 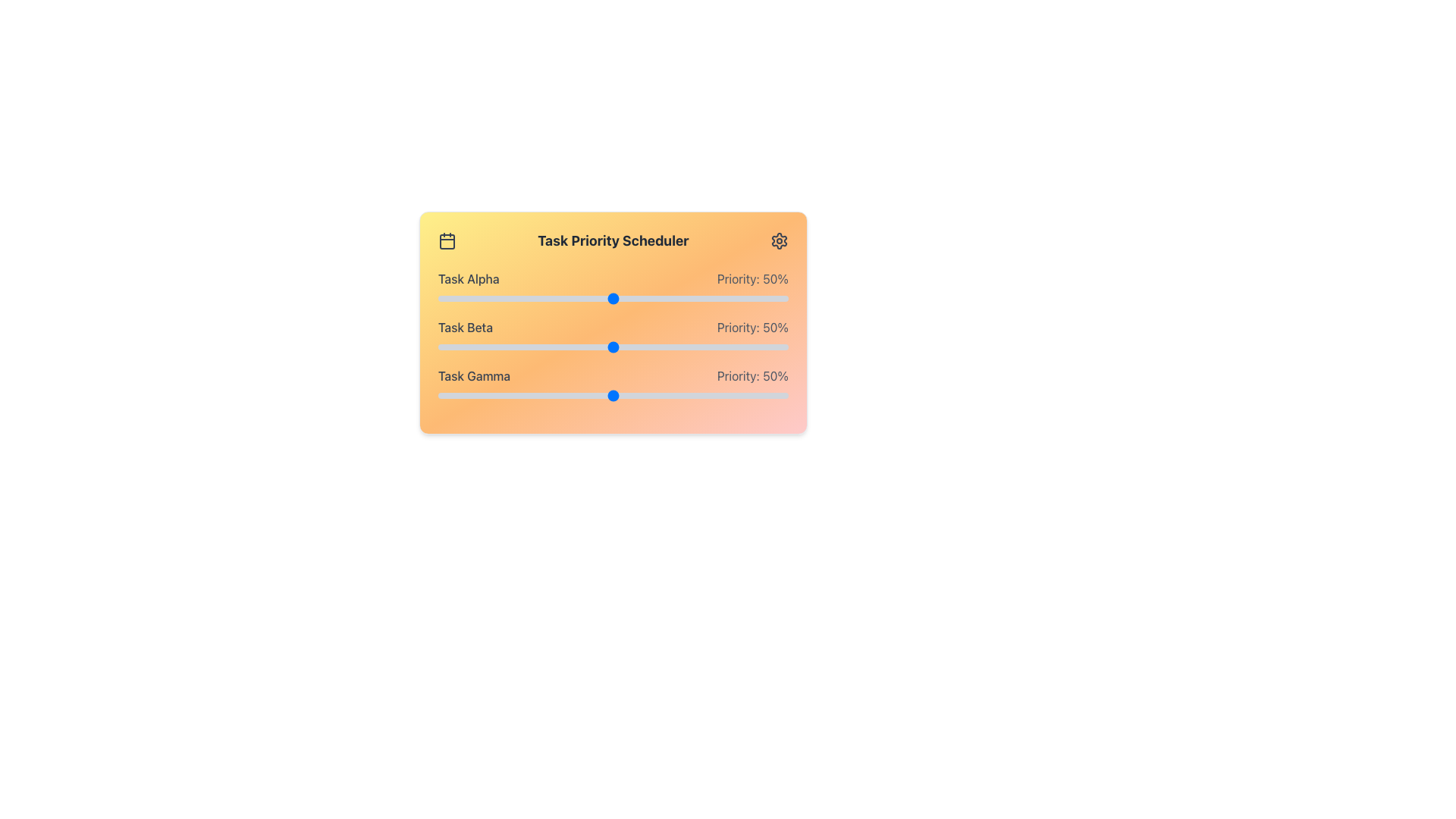 I want to click on the text label displaying 'Priority: 50%' located at the far right of the 'Task Alpha' section in the 'Task Priority Scheduler' interface, so click(x=752, y=278).